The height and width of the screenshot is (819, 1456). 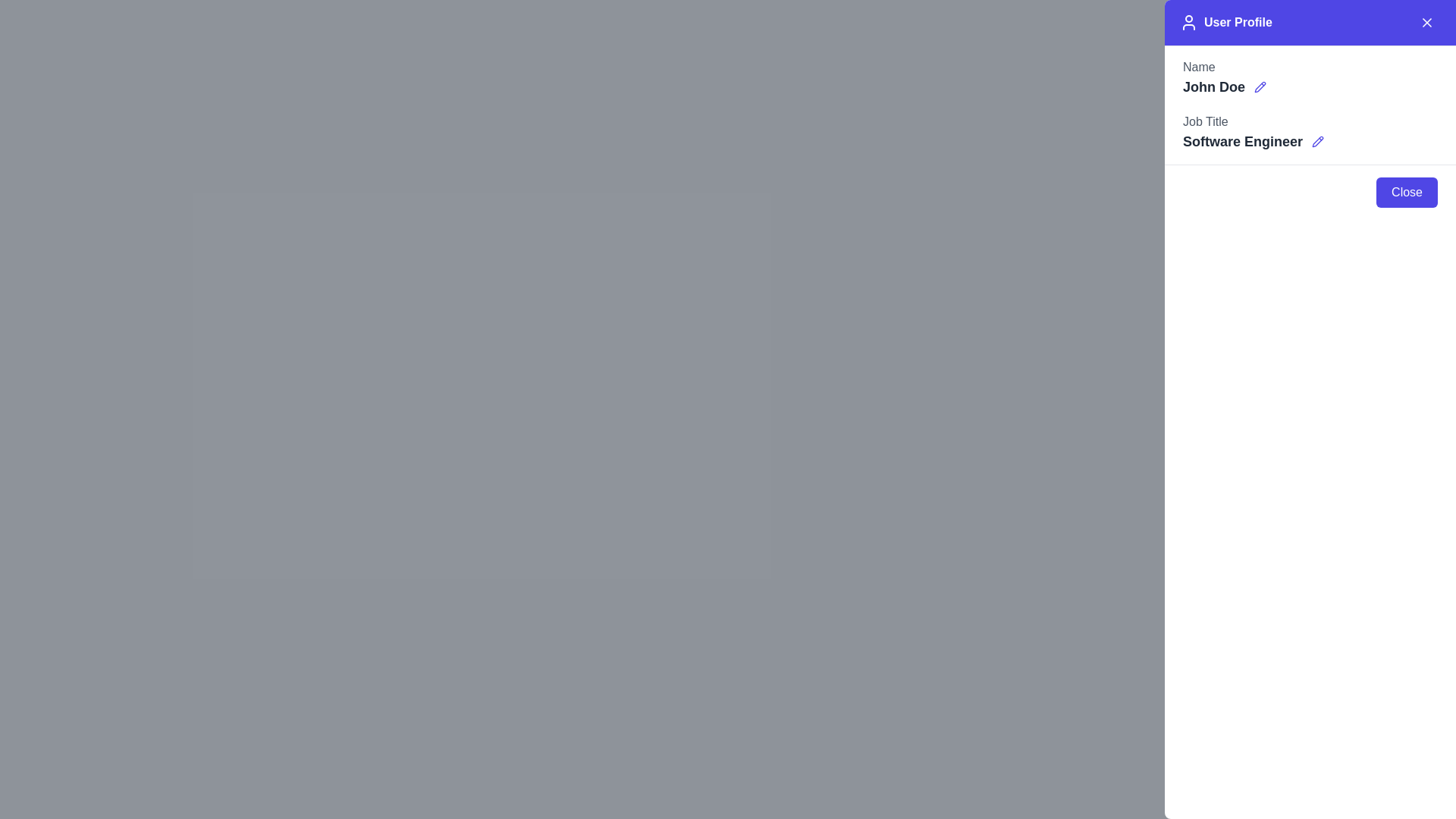 I want to click on the 'X' icon button located at the top-right corner of the purple header bar labeled 'User Profile', so click(x=1426, y=23).